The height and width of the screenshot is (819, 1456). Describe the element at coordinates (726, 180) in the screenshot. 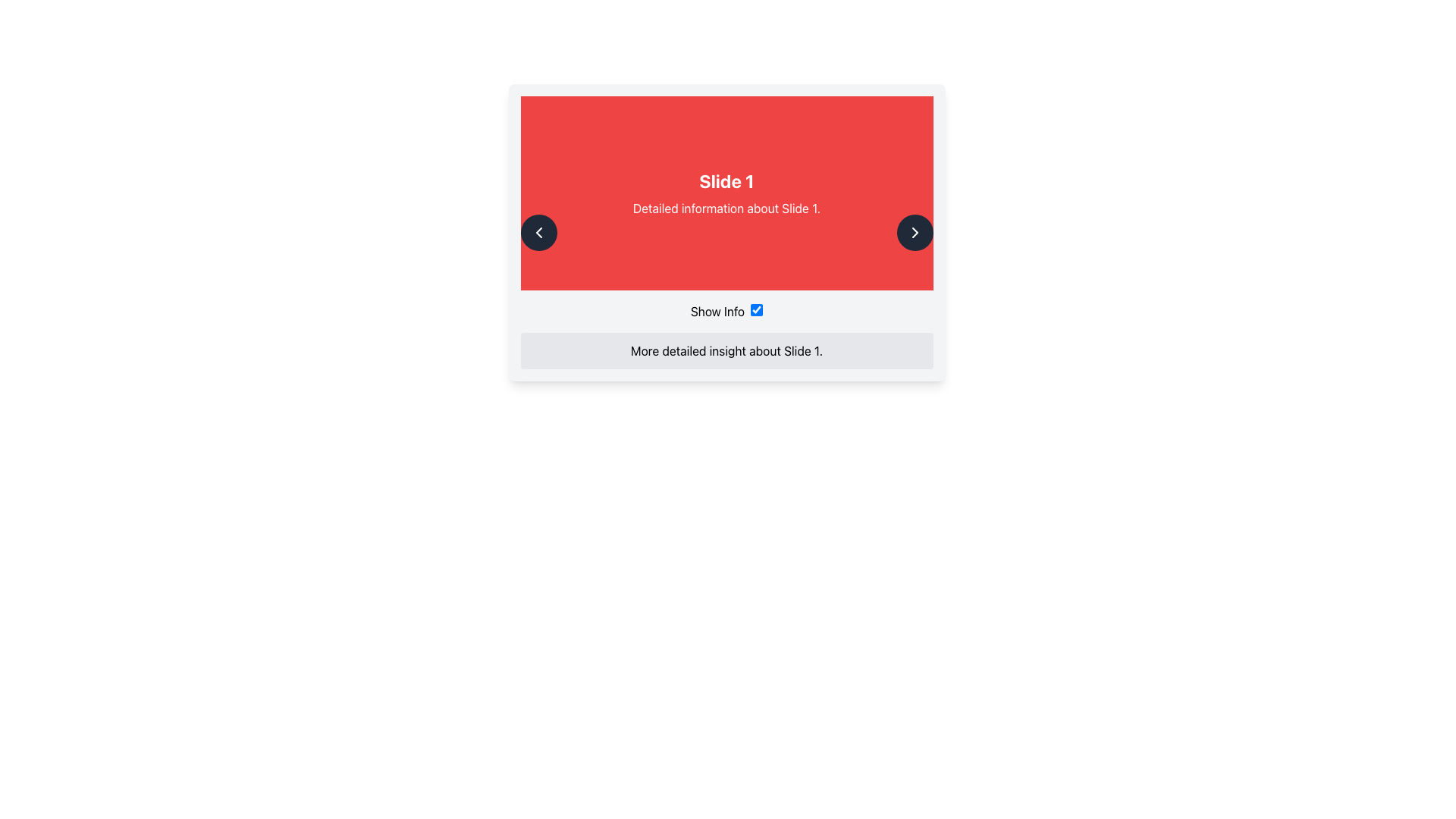

I see `the bold text label saying 'Slide 1', which is styled as a heading on a red background` at that location.